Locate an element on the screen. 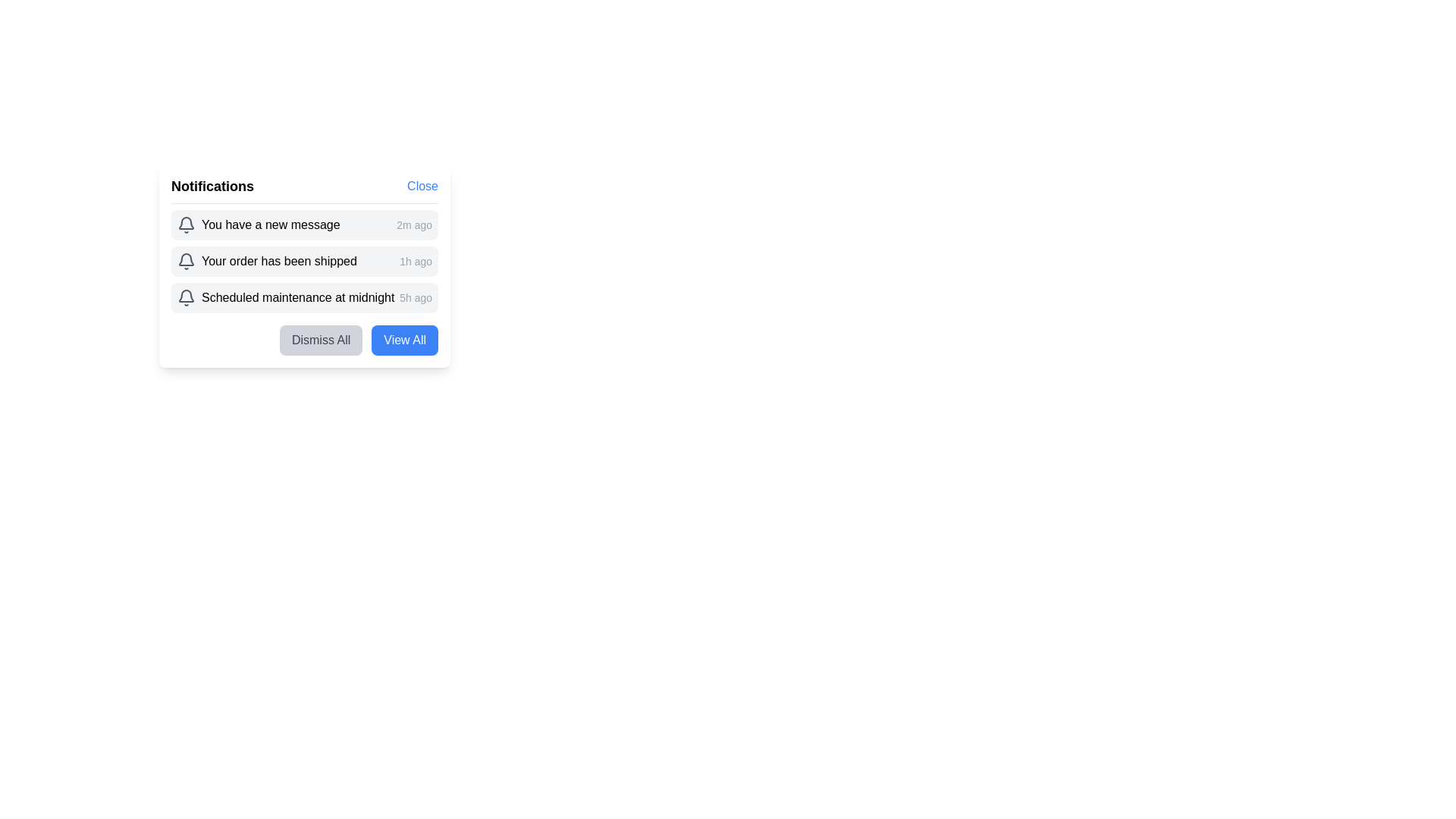  the text label that indicates the time elapsed since the 'Scheduled maintenance at midnight' notification event, located in the bottom-right corner of the third notification item in the notifications list is located at coordinates (416, 298).